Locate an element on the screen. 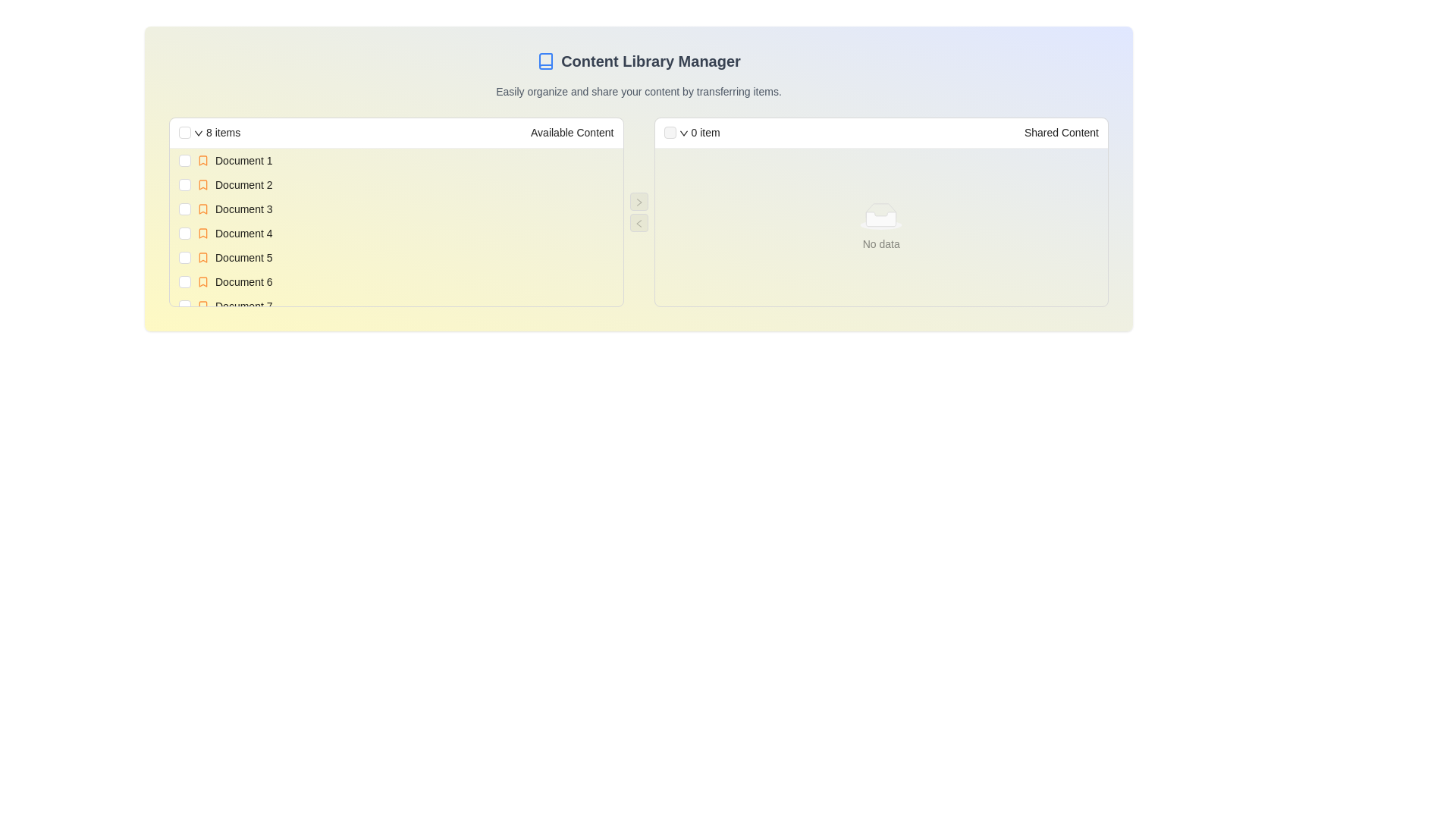 The height and width of the screenshot is (819, 1456). the checkbox in the third item of the 'Available Content' list is located at coordinates (396, 209).